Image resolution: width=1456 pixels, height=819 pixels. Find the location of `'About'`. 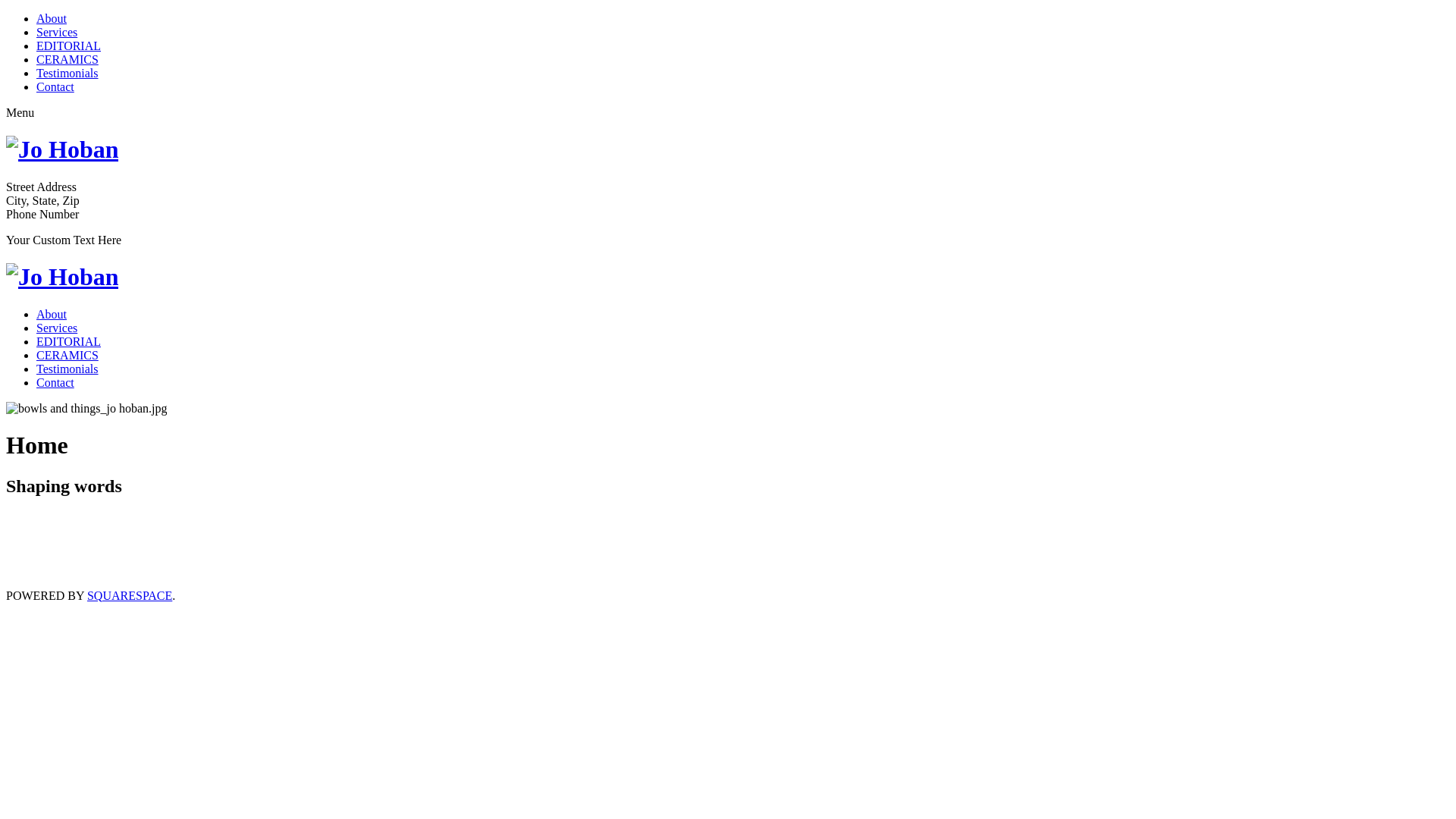

'About' is located at coordinates (51, 18).